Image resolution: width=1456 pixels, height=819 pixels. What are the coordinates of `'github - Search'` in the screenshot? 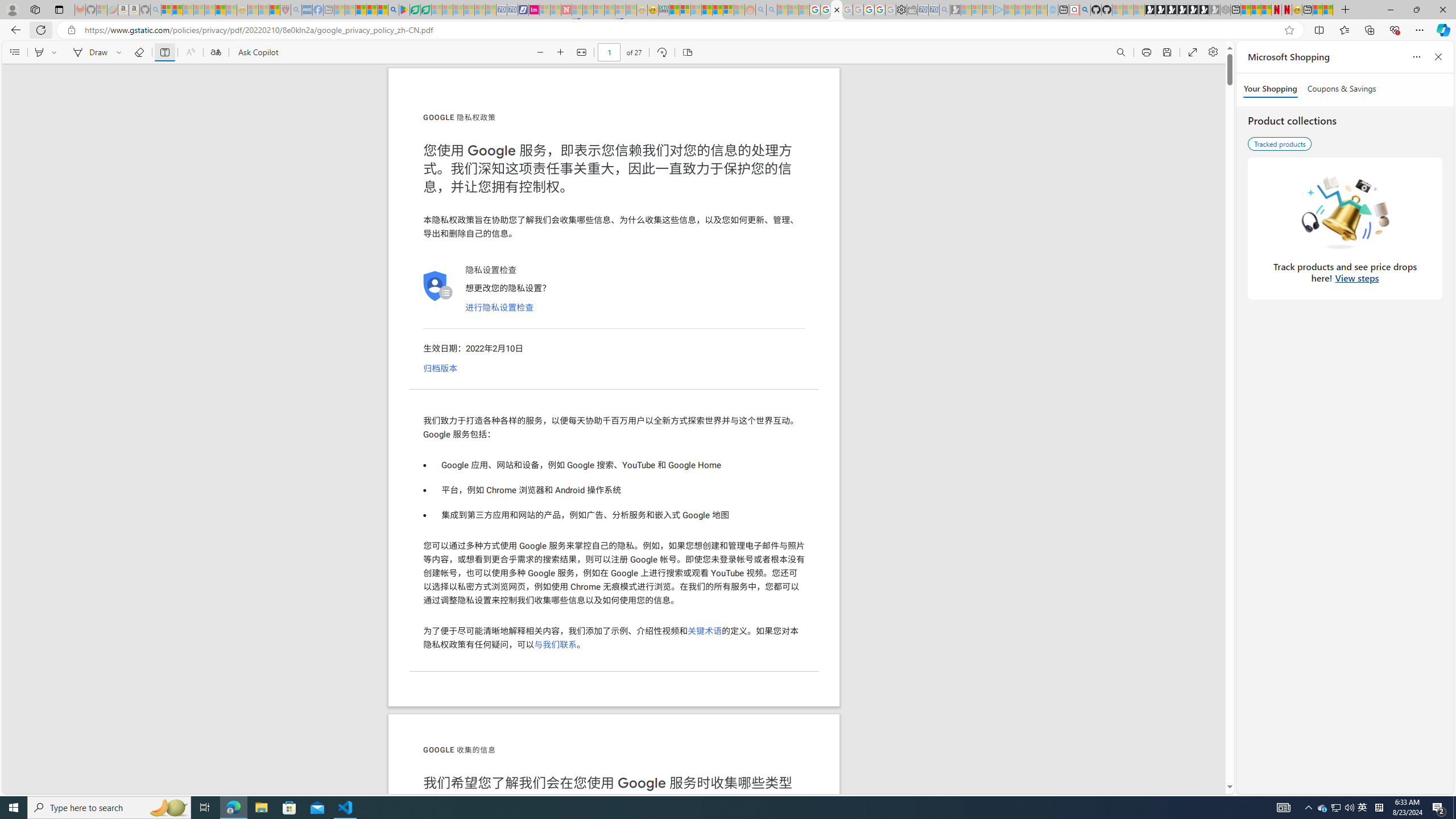 It's located at (1085, 9).